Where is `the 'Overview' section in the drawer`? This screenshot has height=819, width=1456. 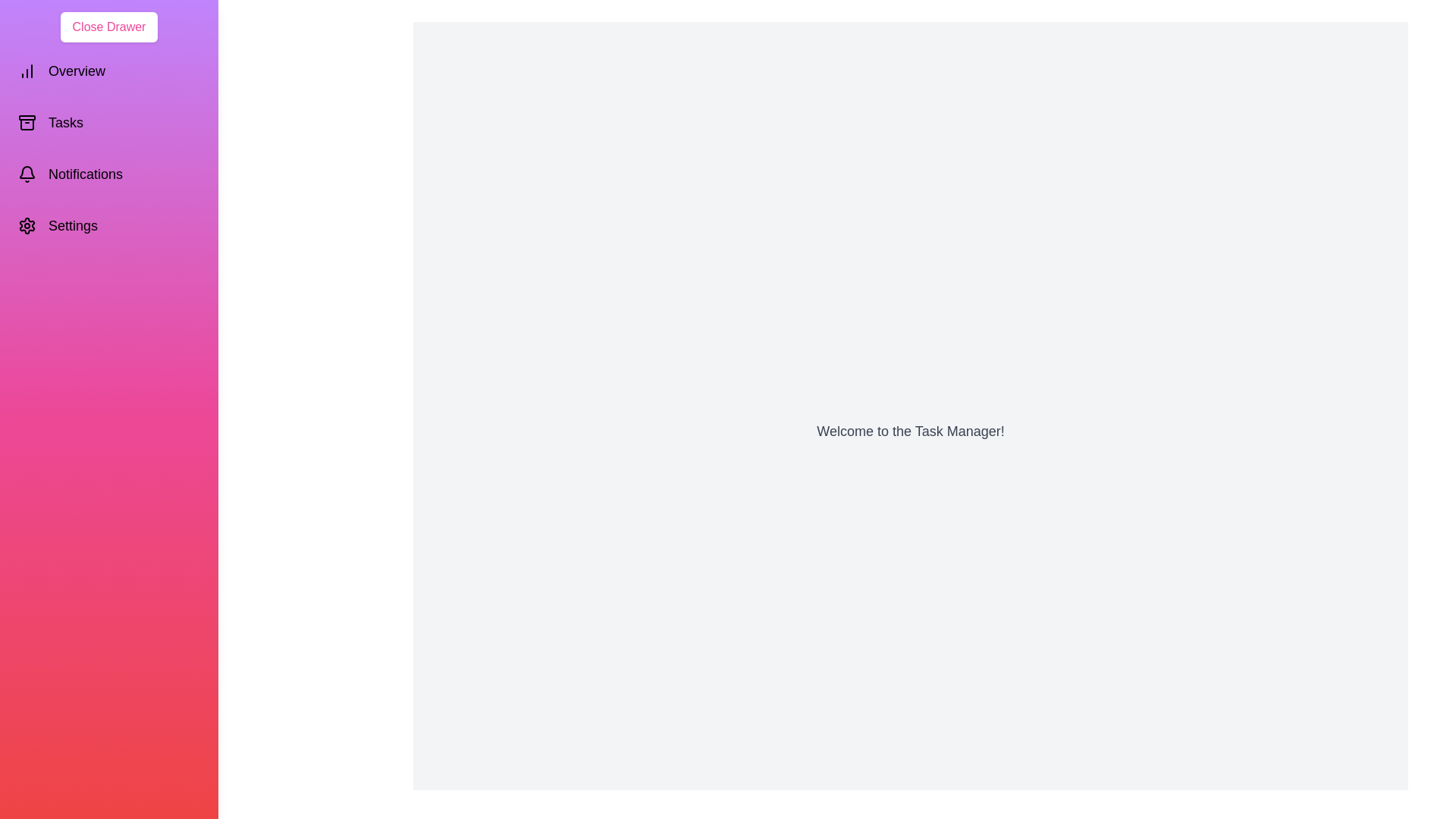 the 'Overview' section in the drawer is located at coordinates (108, 71).